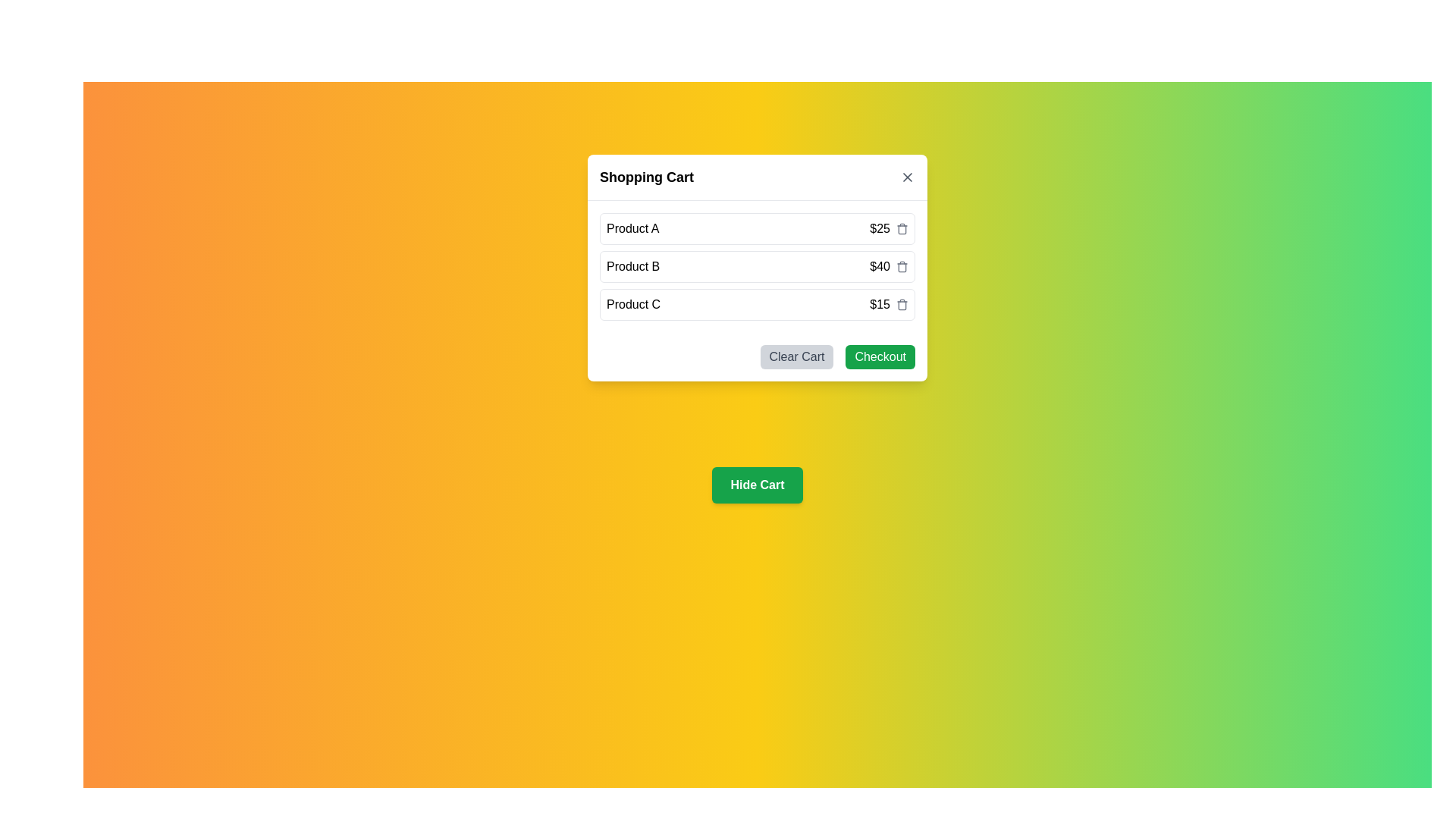  Describe the element at coordinates (889, 265) in the screenshot. I see `the static text displaying the dollar amount '$40' which is located in the shopping cart dialog, specifically next to 'Product B' and to the left of the trash icon` at that location.